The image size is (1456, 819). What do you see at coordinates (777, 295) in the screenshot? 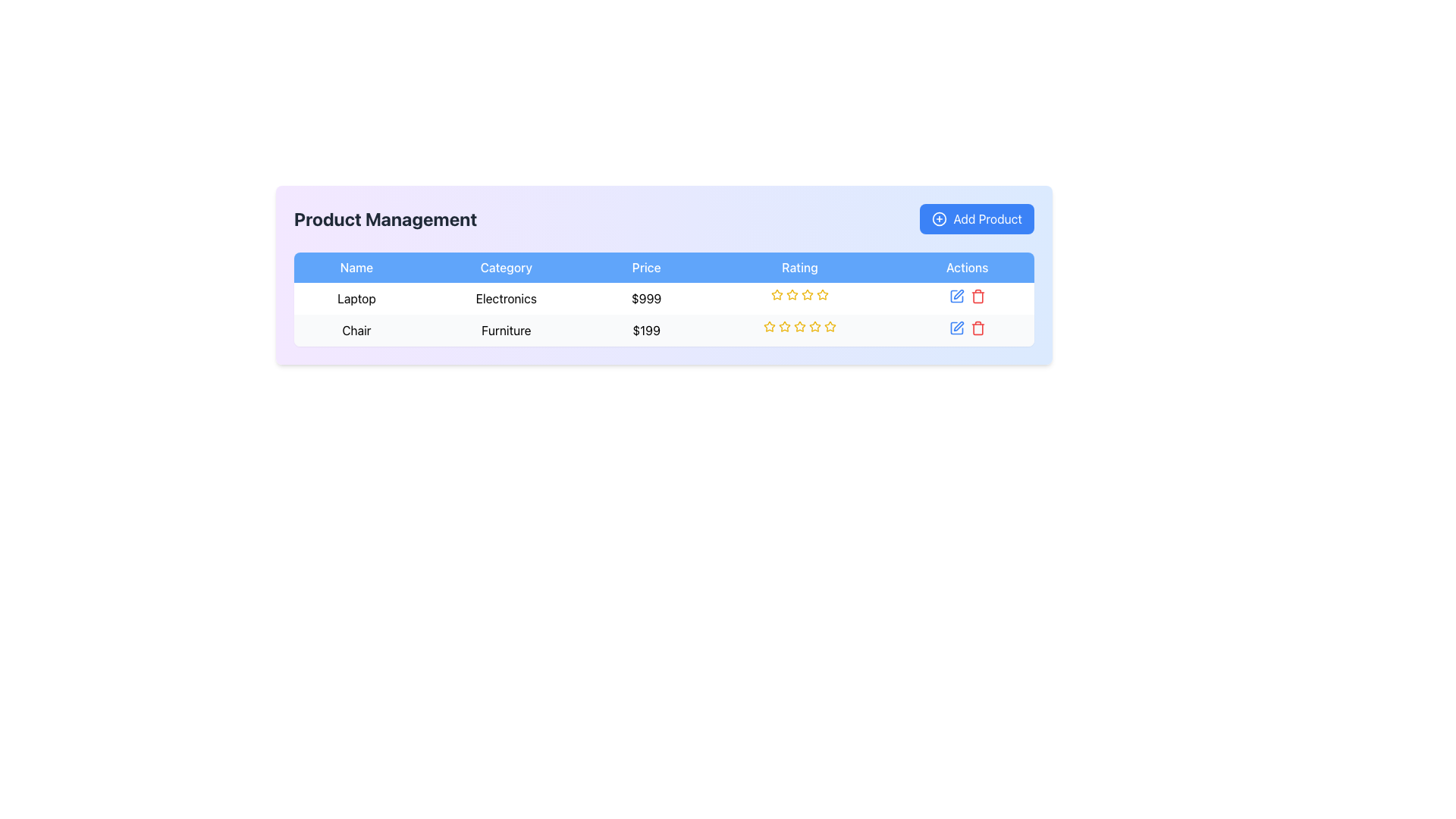
I see `the first star icon in the rating column for the 'Laptop' row to indicate a rating` at bounding box center [777, 295].